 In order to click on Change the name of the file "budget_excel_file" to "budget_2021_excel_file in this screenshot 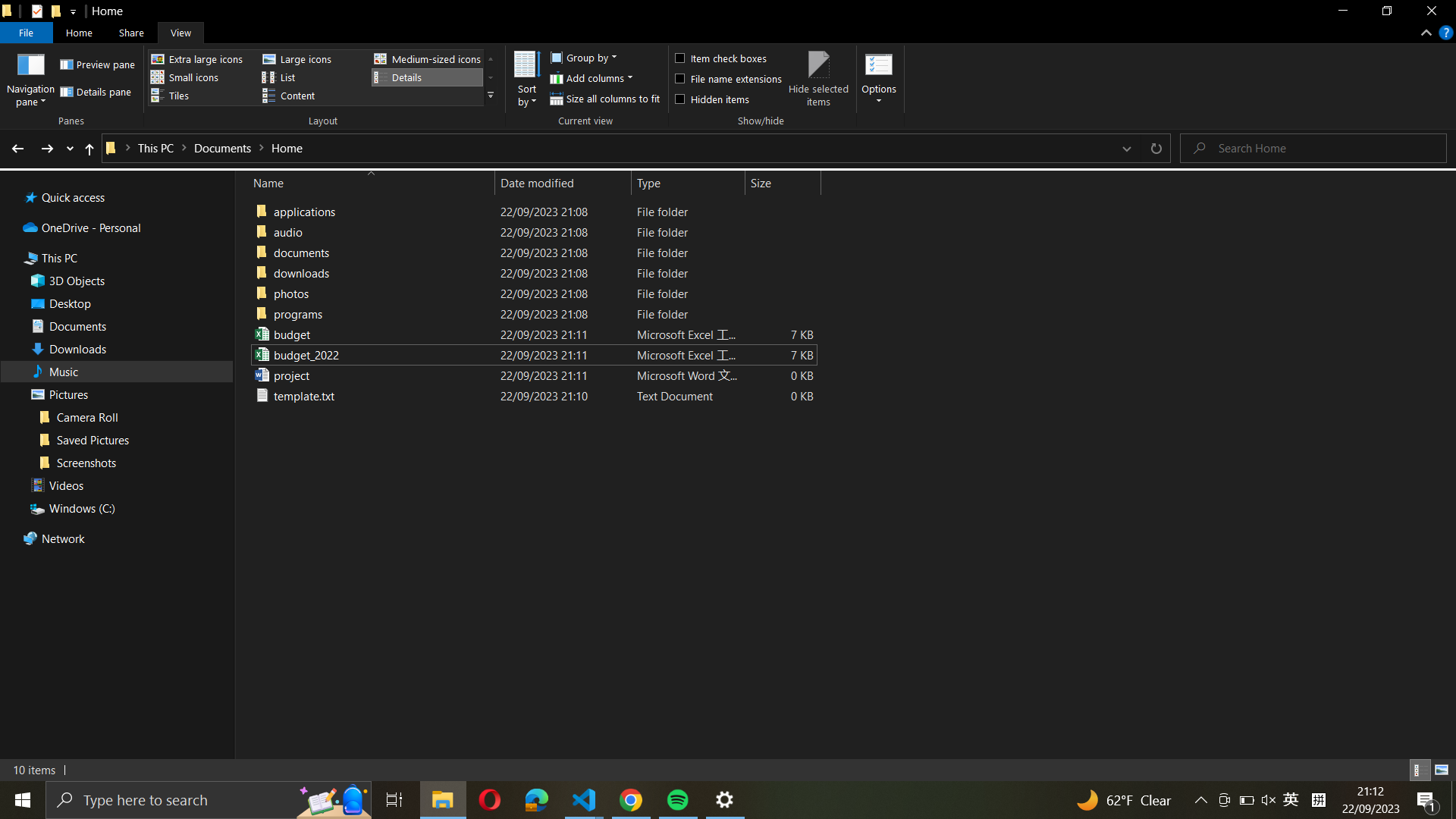, I will do `click(531, 333)`.